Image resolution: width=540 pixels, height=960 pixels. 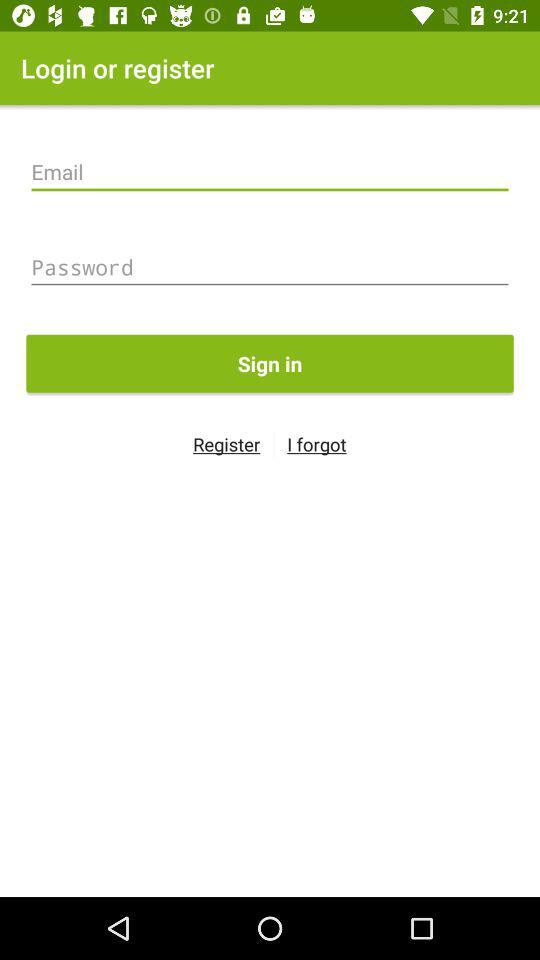 I want to click on the sign in icon, so click(x=270, y=362).